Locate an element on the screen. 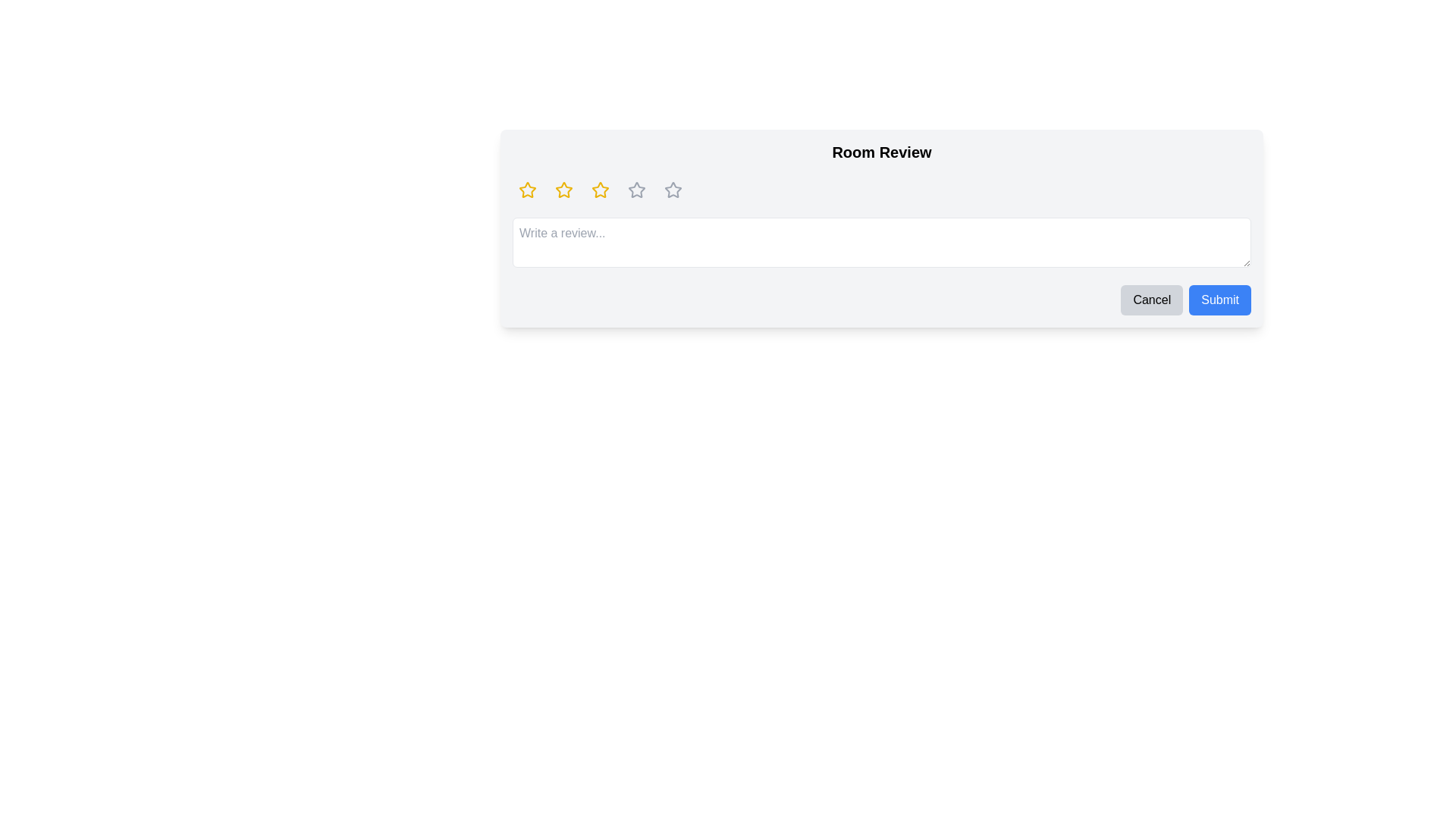 Image resolution: width=1456 pixels, height=819 pixels. the fourth interactive star icon in the rating sequence is located at coordinates (637, 189).